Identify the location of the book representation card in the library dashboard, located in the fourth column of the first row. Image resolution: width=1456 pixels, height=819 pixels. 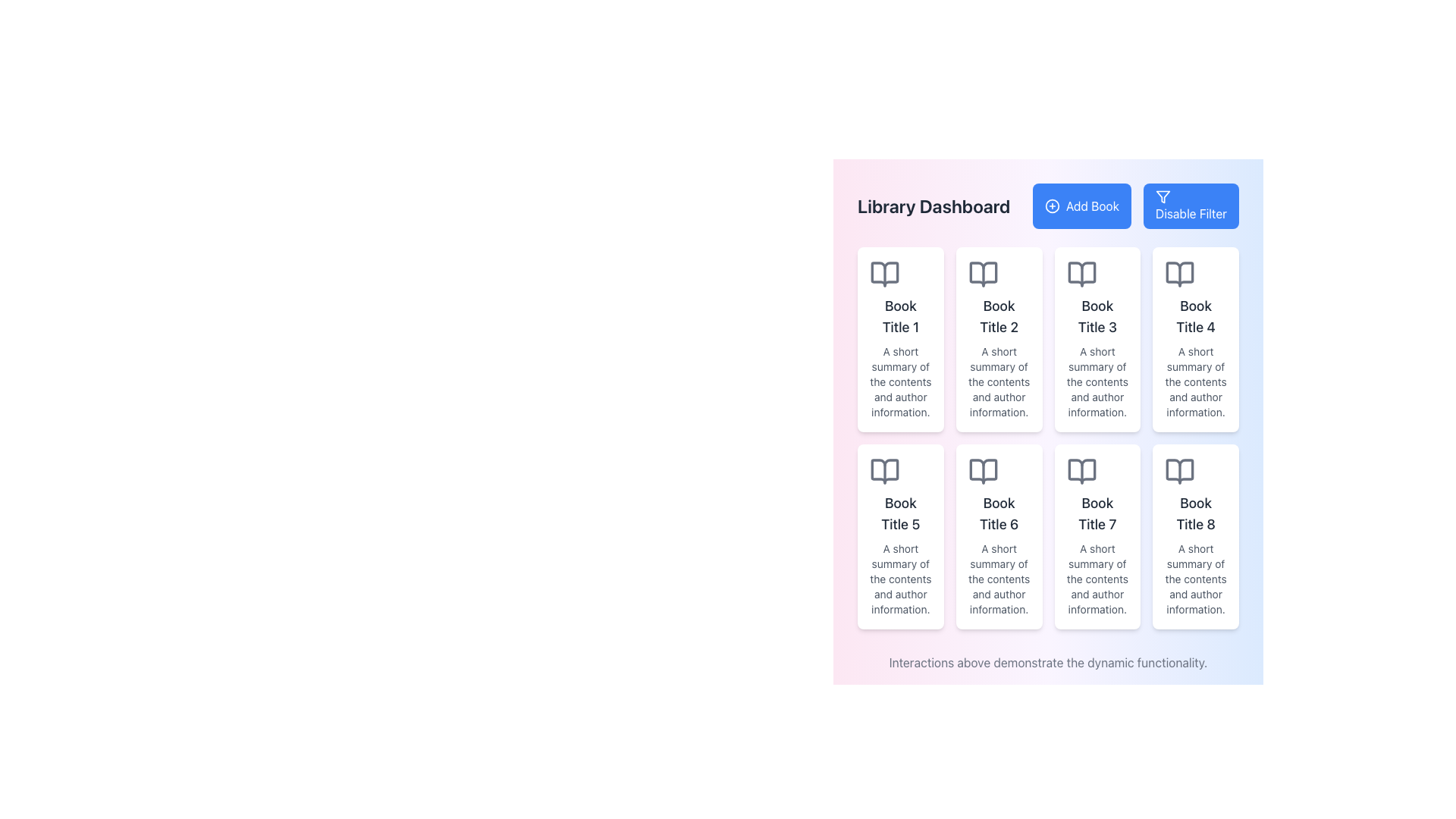
(1195, 338).